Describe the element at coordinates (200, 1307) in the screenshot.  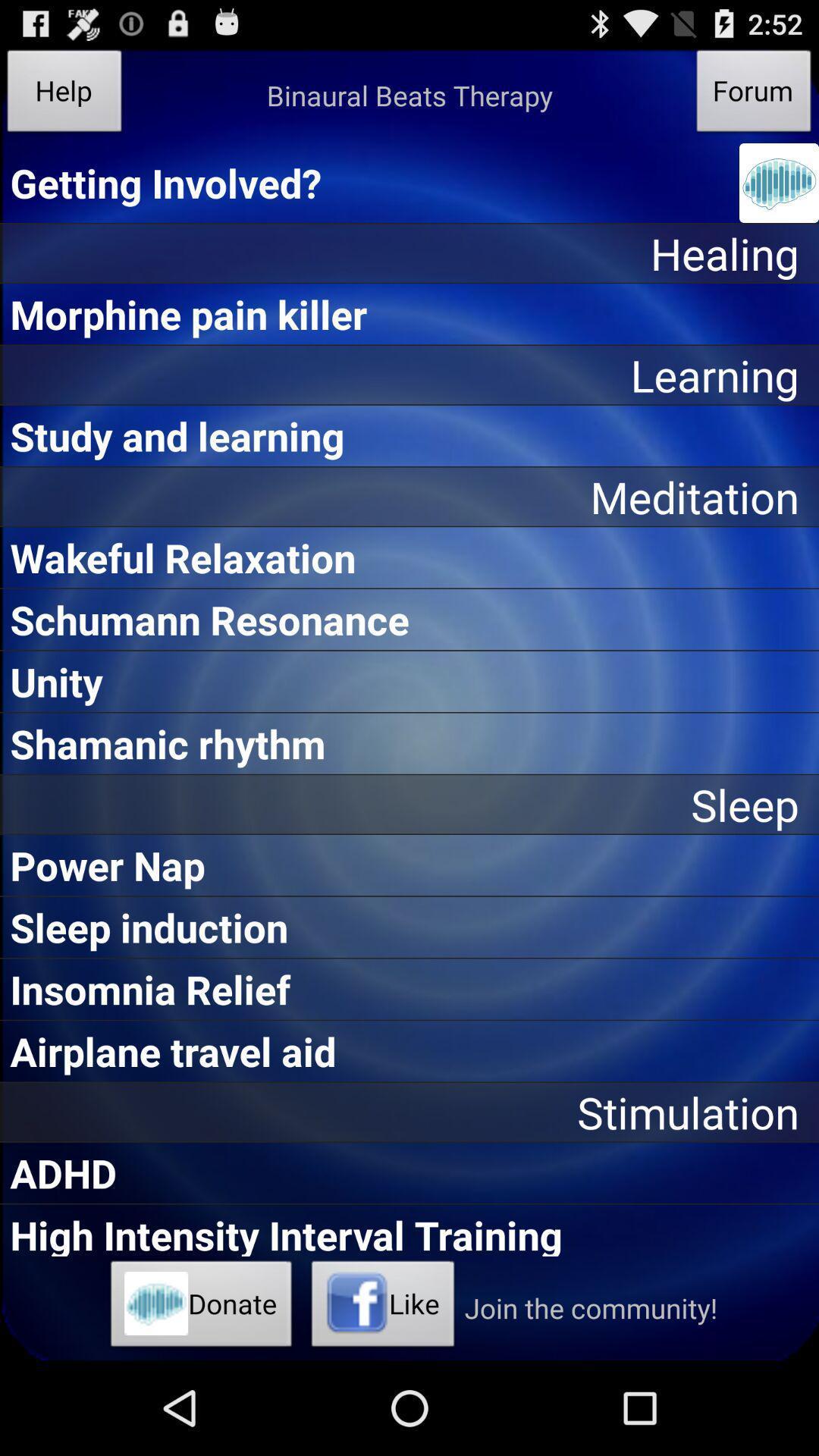
I see `the item at the bottom left corner` at that location.